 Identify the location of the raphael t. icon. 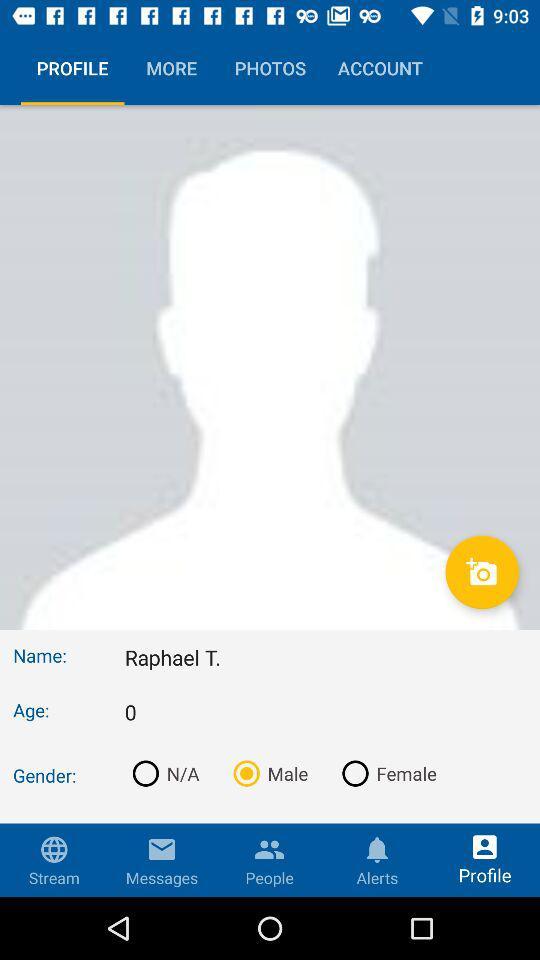
(325, 656).